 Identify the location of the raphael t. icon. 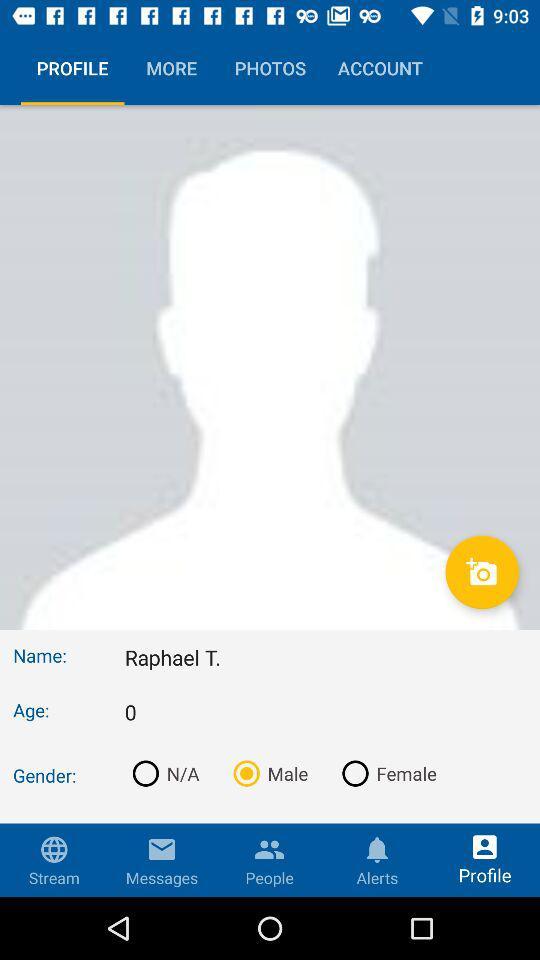
(325, 656).